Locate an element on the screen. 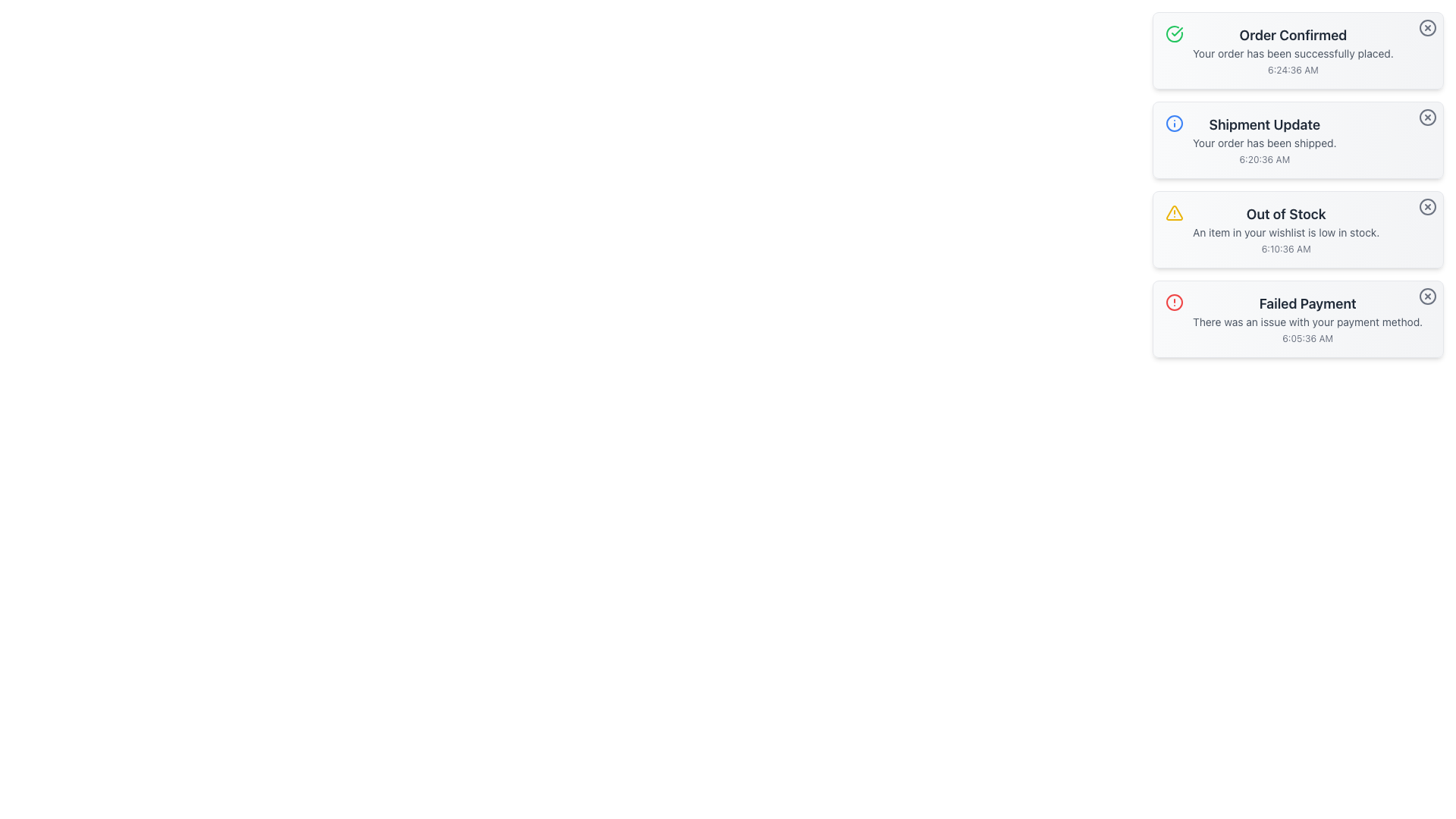 Image resolution: width=1456 pixels, height=819 pixels. the SVG Circle element that serves as the close or cancel icon for the 'Out of Stock' notification, located at the top right of the notification card is located at coordinates (1426, 207).